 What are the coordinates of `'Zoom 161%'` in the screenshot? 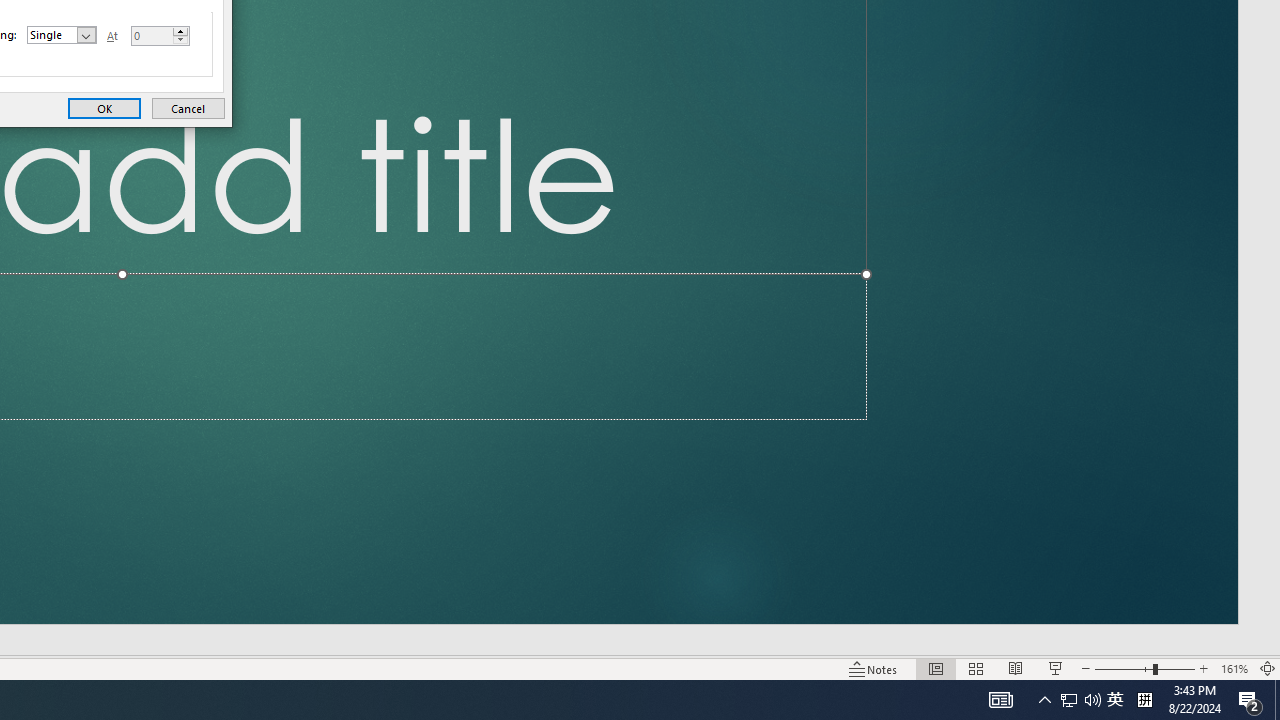 It's located at (1233, 669).